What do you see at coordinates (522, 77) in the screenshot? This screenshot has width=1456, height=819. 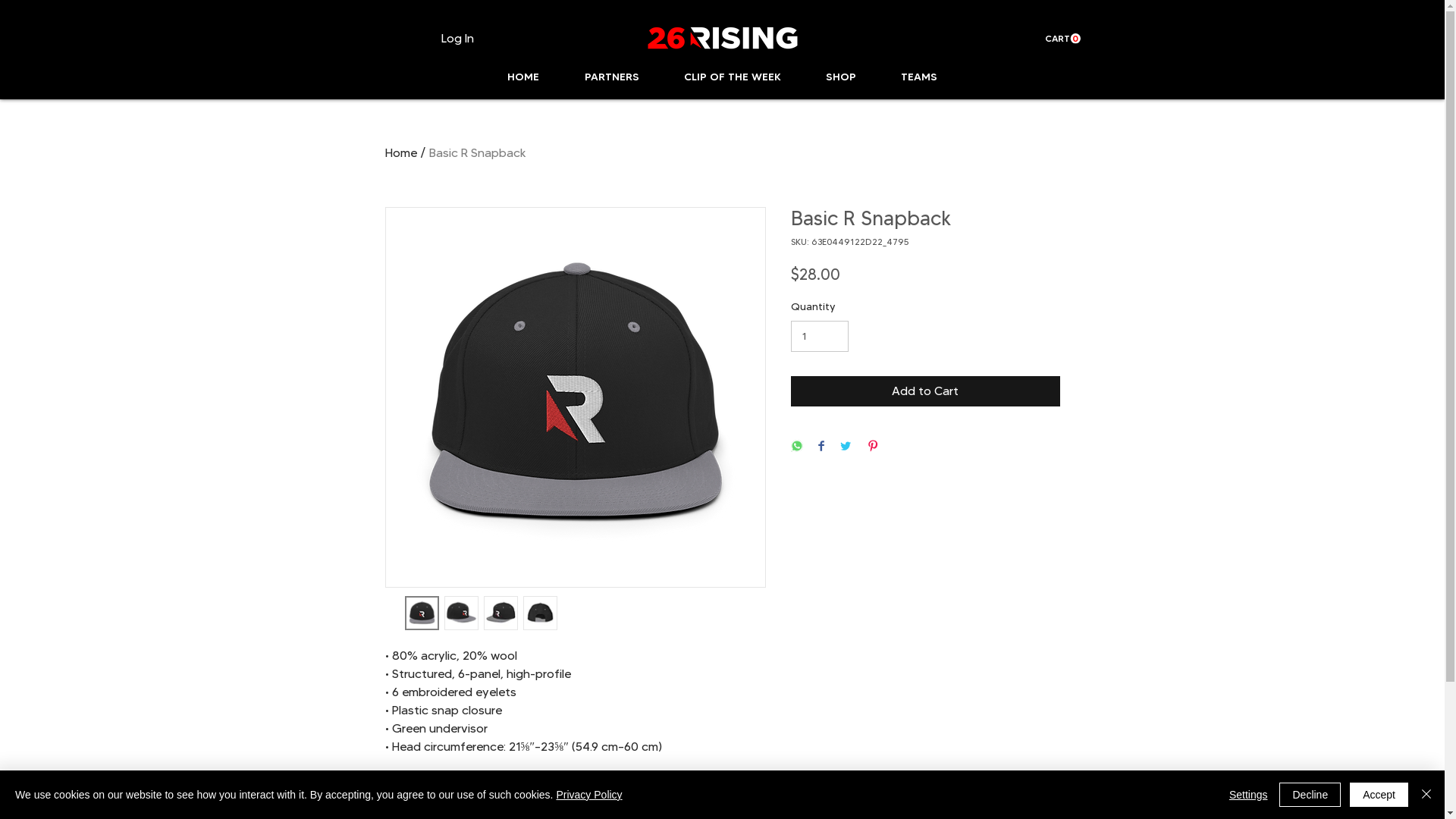 I see `'HOME'` at bounding box center [522, 77].